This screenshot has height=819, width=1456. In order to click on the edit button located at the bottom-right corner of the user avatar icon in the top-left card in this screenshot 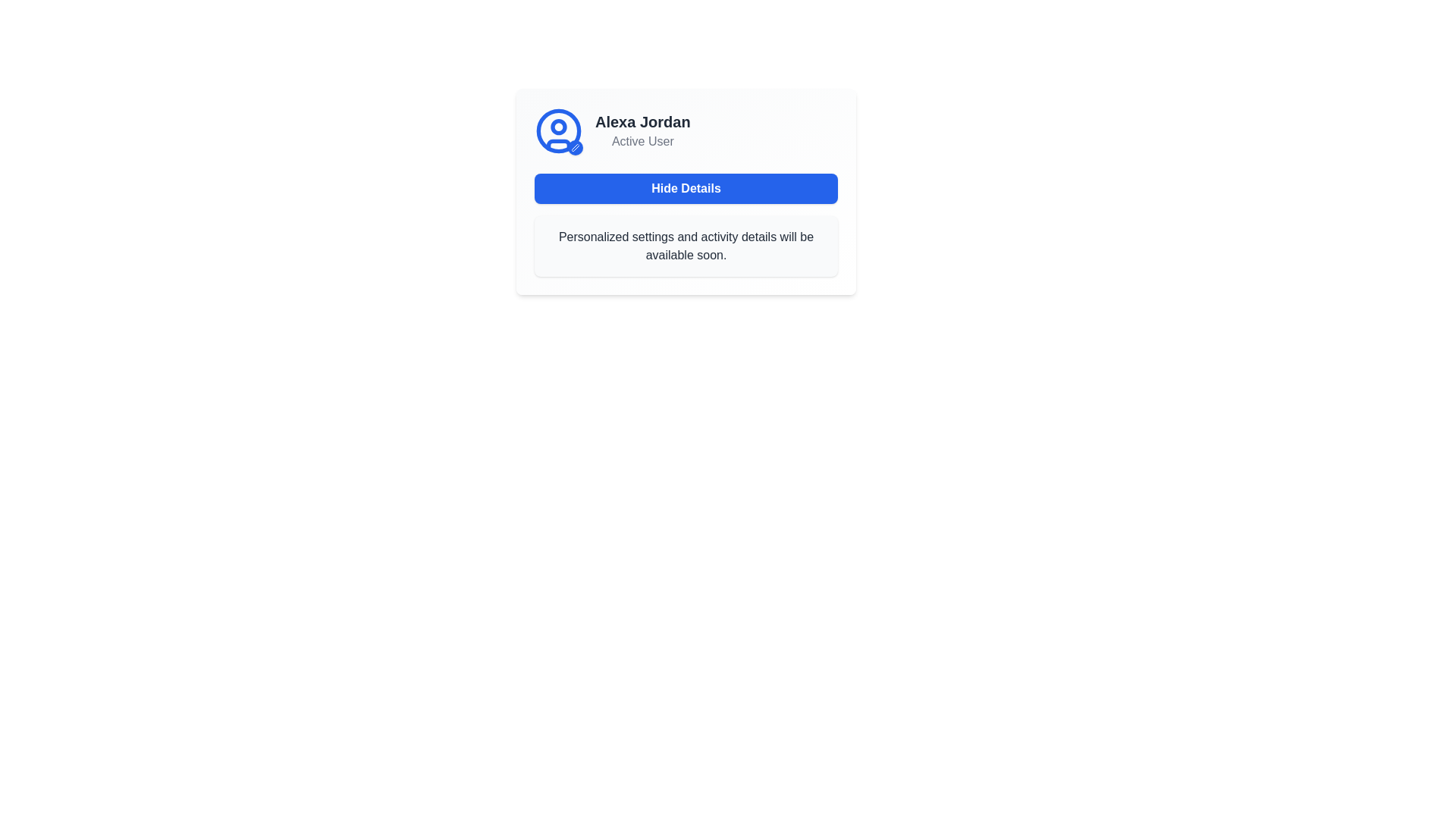, I will do `click(574, 146)`.